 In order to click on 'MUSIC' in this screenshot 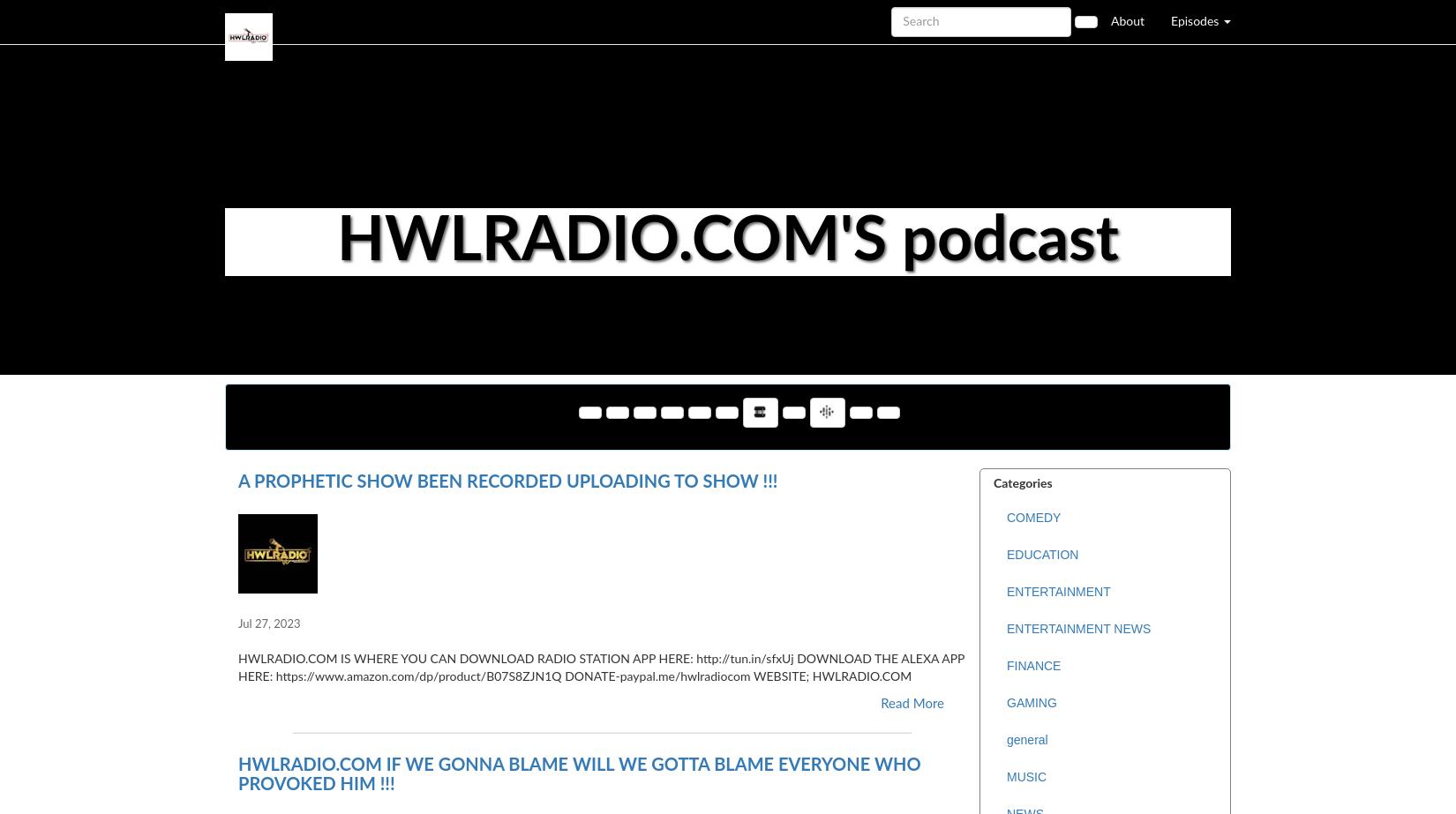, I will do `click(1026, 776)`.